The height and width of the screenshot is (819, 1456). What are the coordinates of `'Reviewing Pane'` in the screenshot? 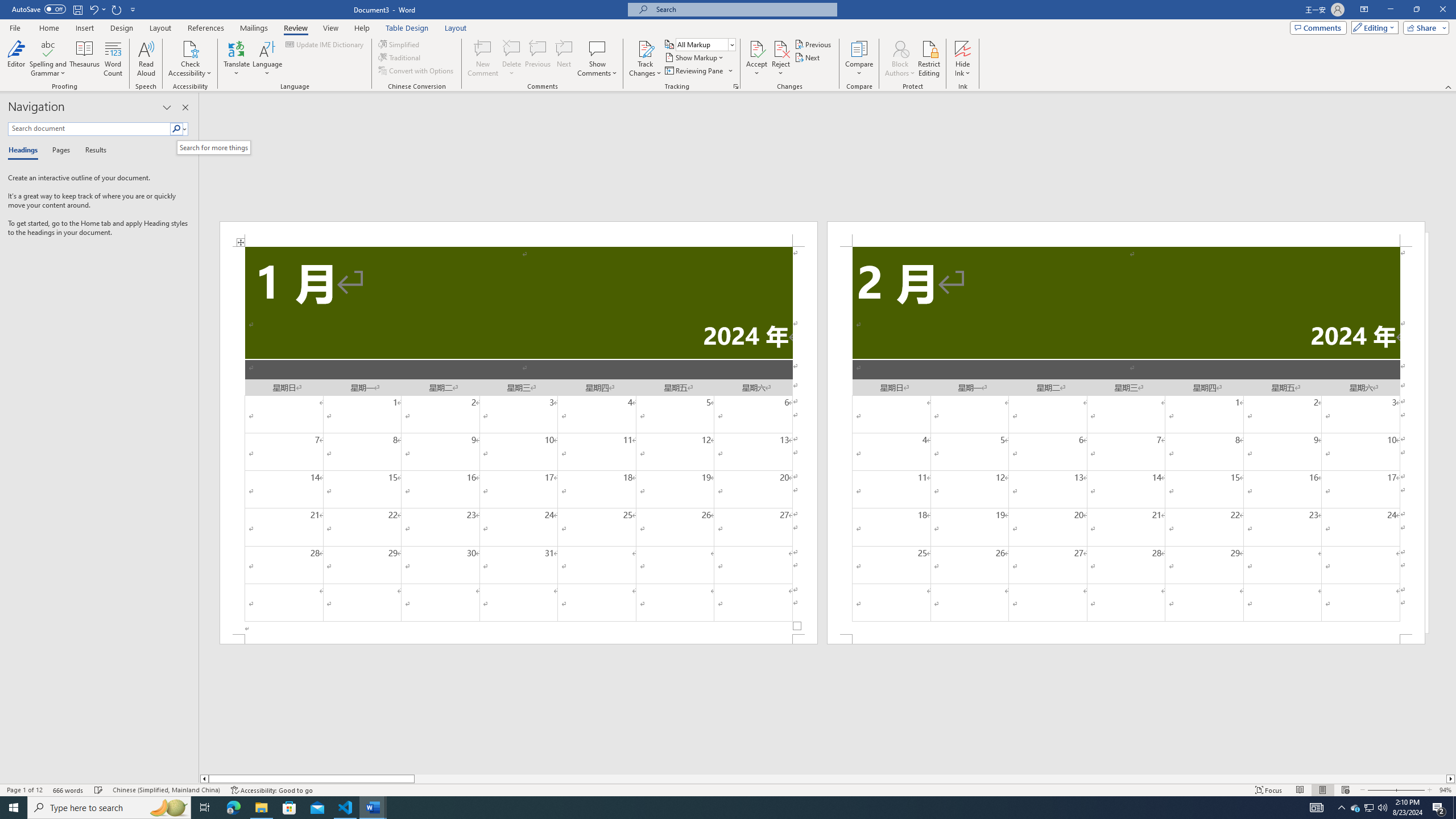 It's located at (698, 69).